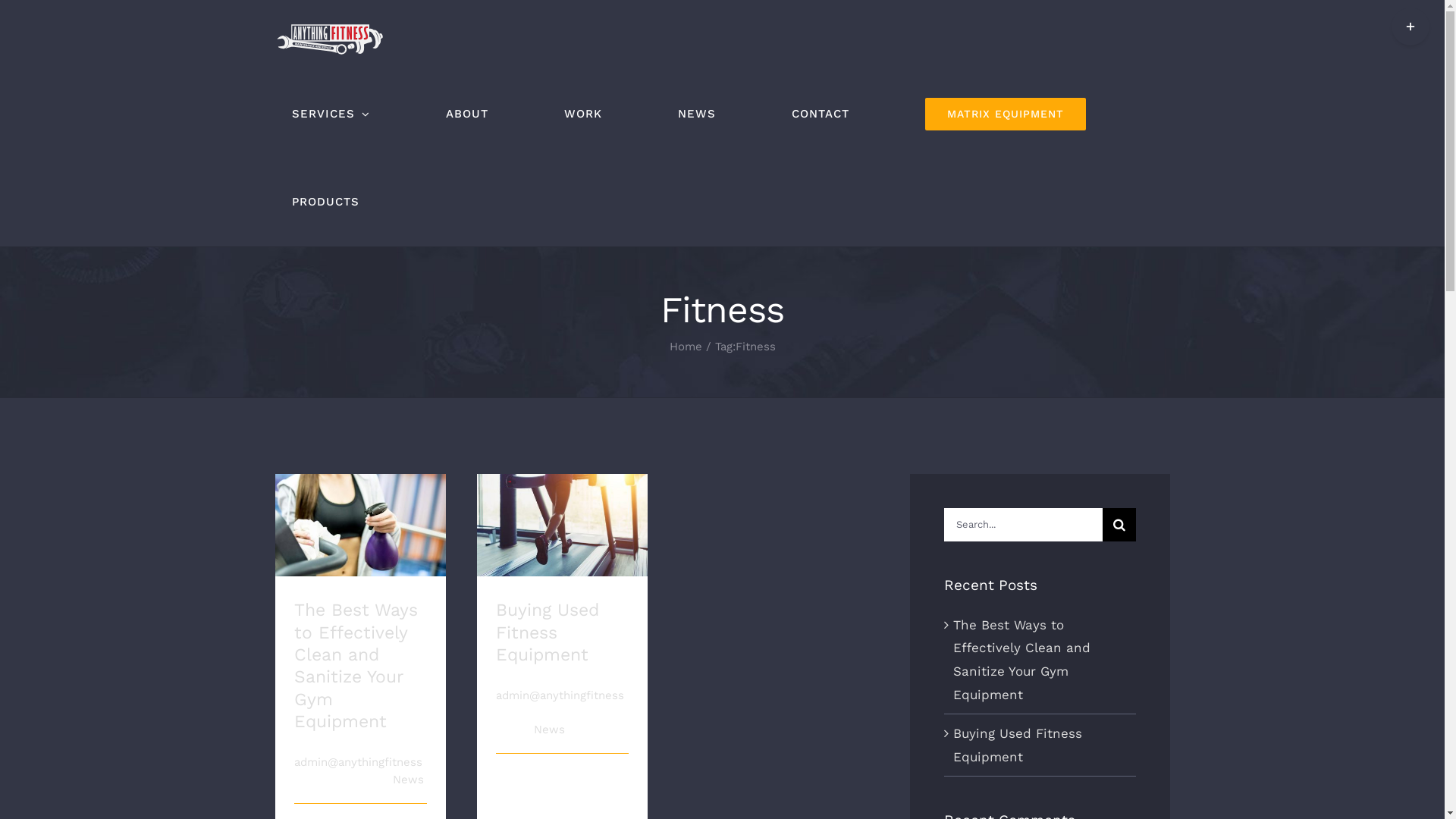 This screenshot has width=1456, height=819. Describe the element at coordinates (1018, 744) in the screenshot. I see `'Buying Used Fitness Equipment'` at that location.